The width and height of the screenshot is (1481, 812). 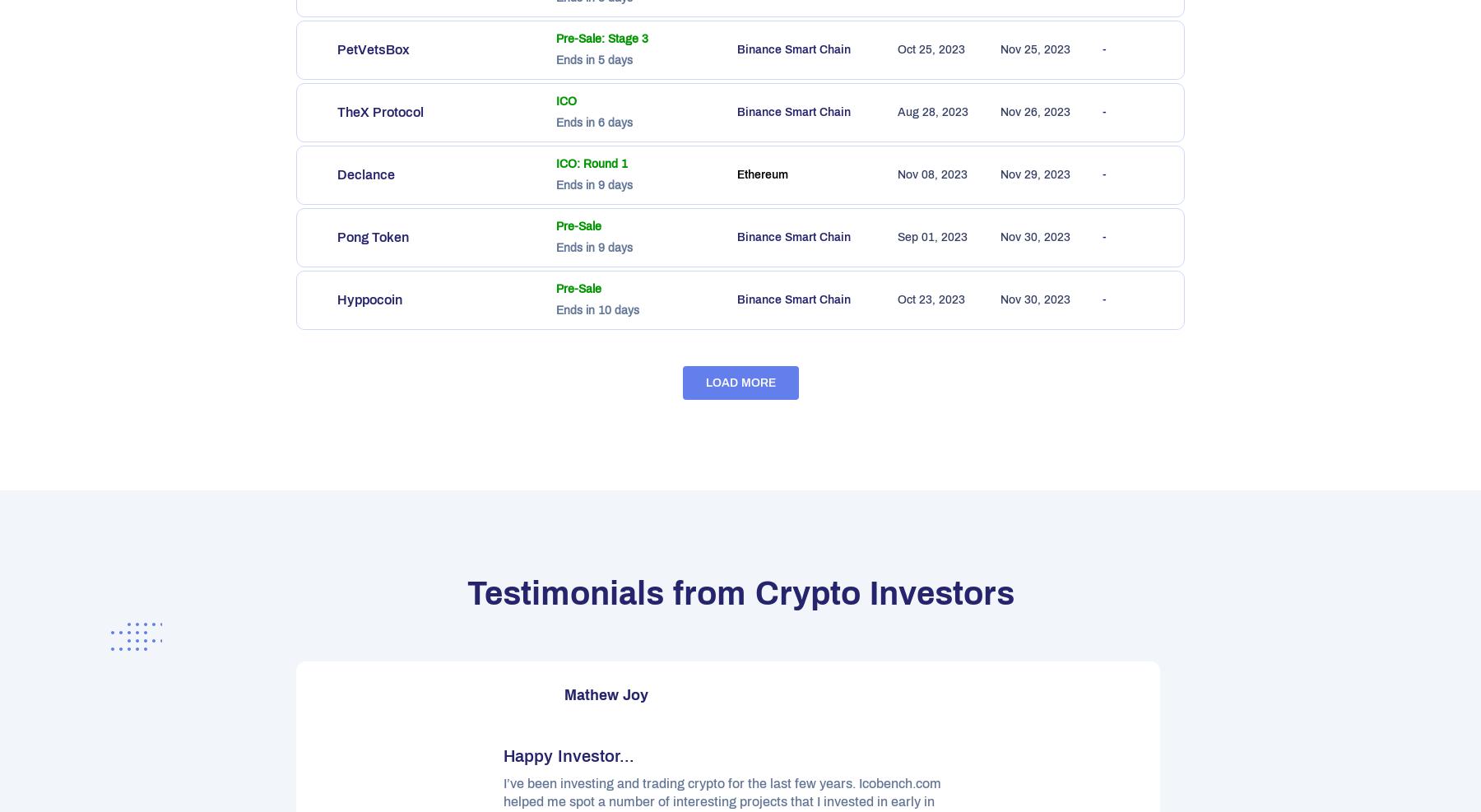 I want to click on 'Nov 29, 2023', so click(x=1035, y=174).